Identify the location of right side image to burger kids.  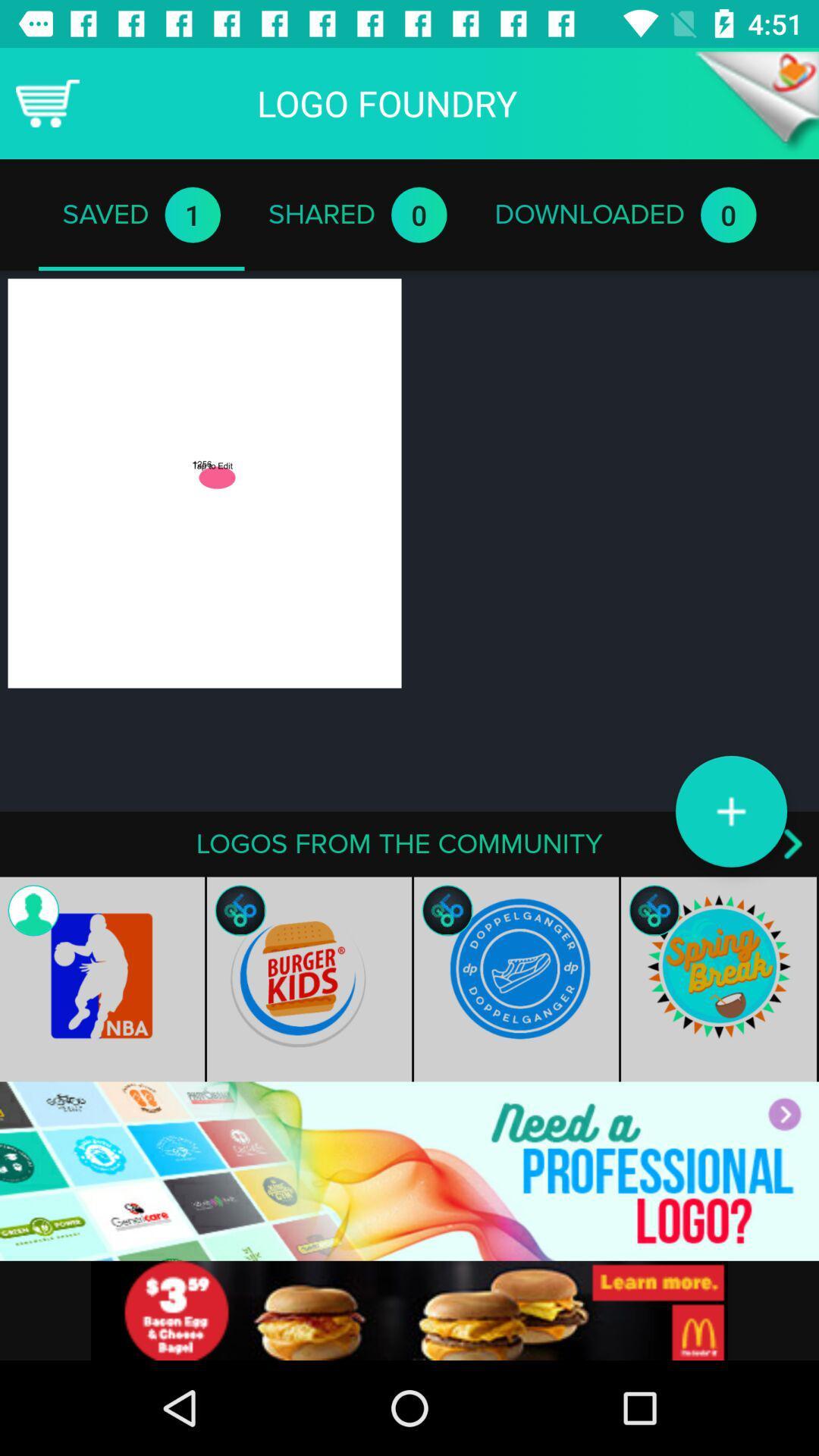
(516, 979).